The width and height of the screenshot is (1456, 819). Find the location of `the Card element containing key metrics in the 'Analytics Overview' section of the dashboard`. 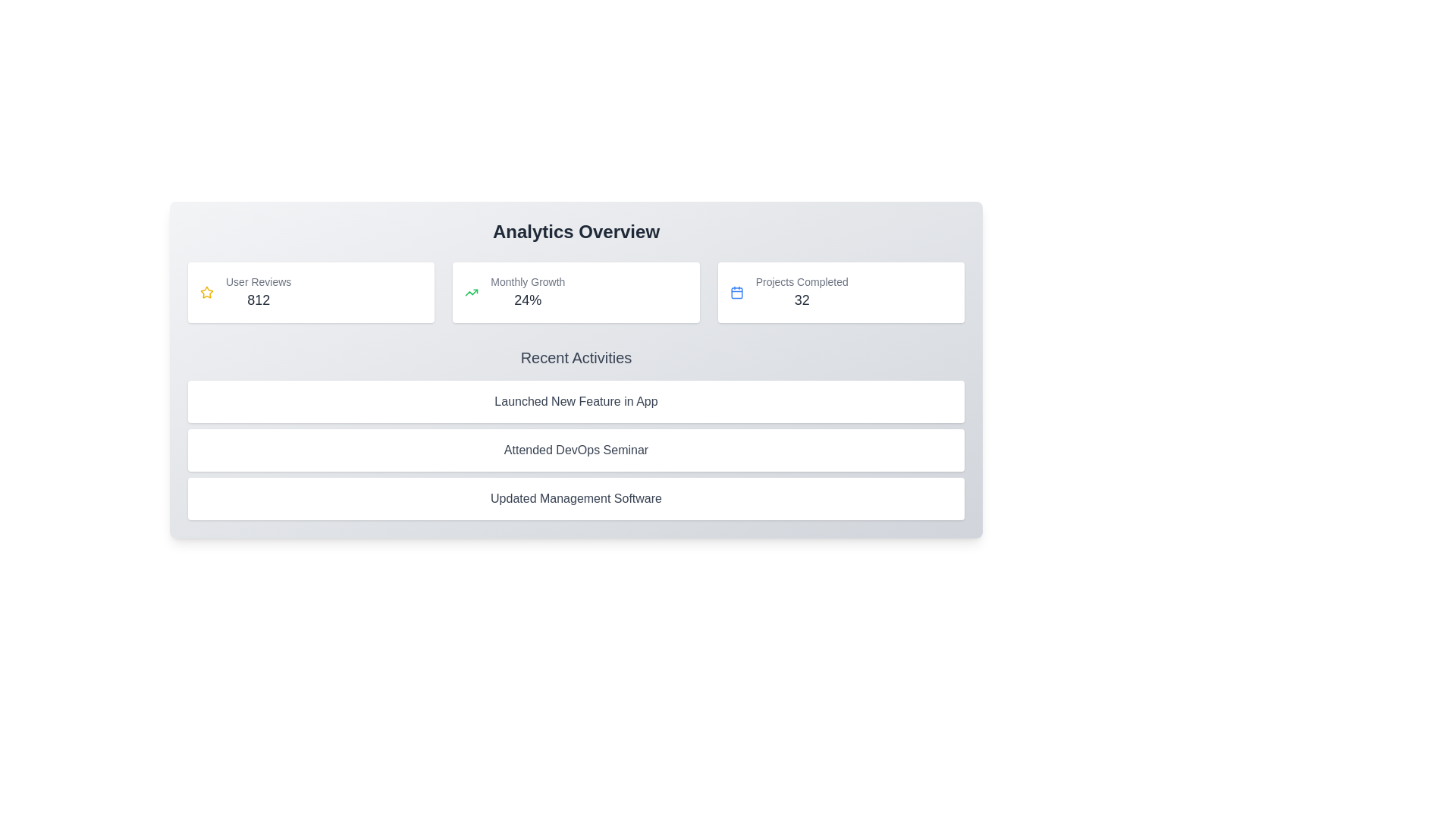

the Card element containing key metrics in the 'Analytics Overview' section of the dashboard is located at coordinates (575, 292).